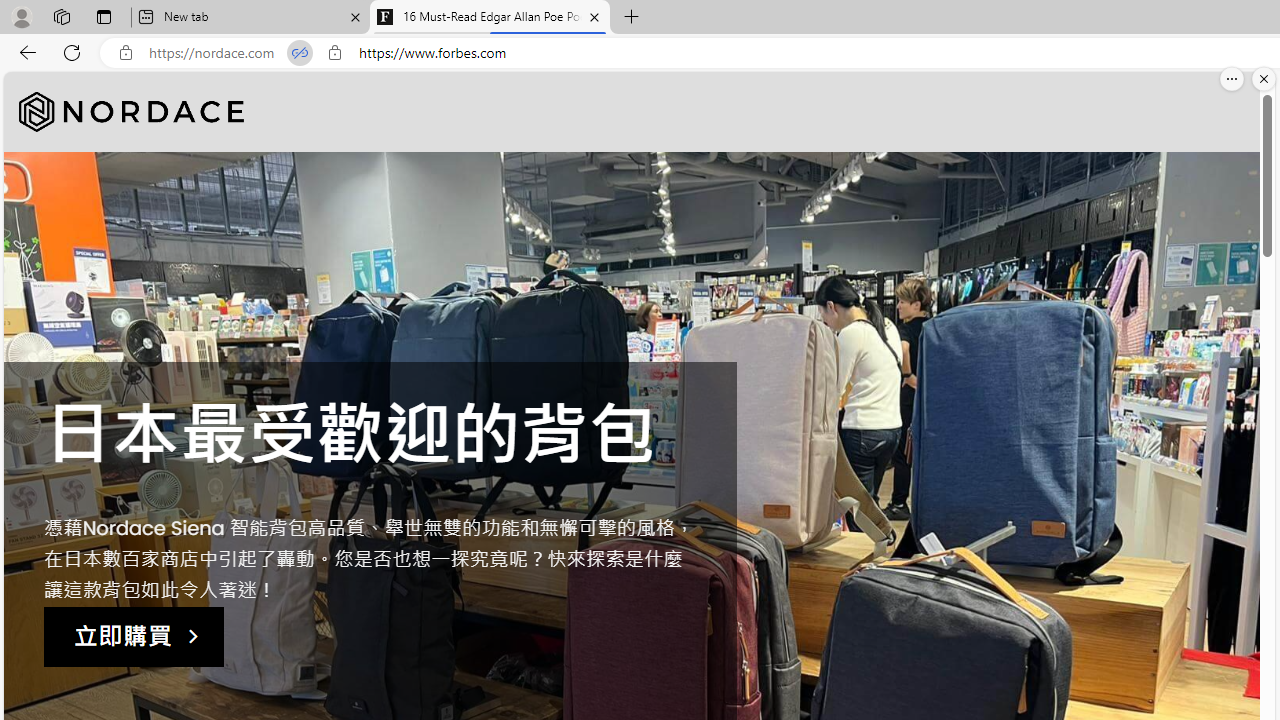  What do you see at coordinates (24, 51) in the screenshot?
I see `'Back'` at bounding box center [24, 51].